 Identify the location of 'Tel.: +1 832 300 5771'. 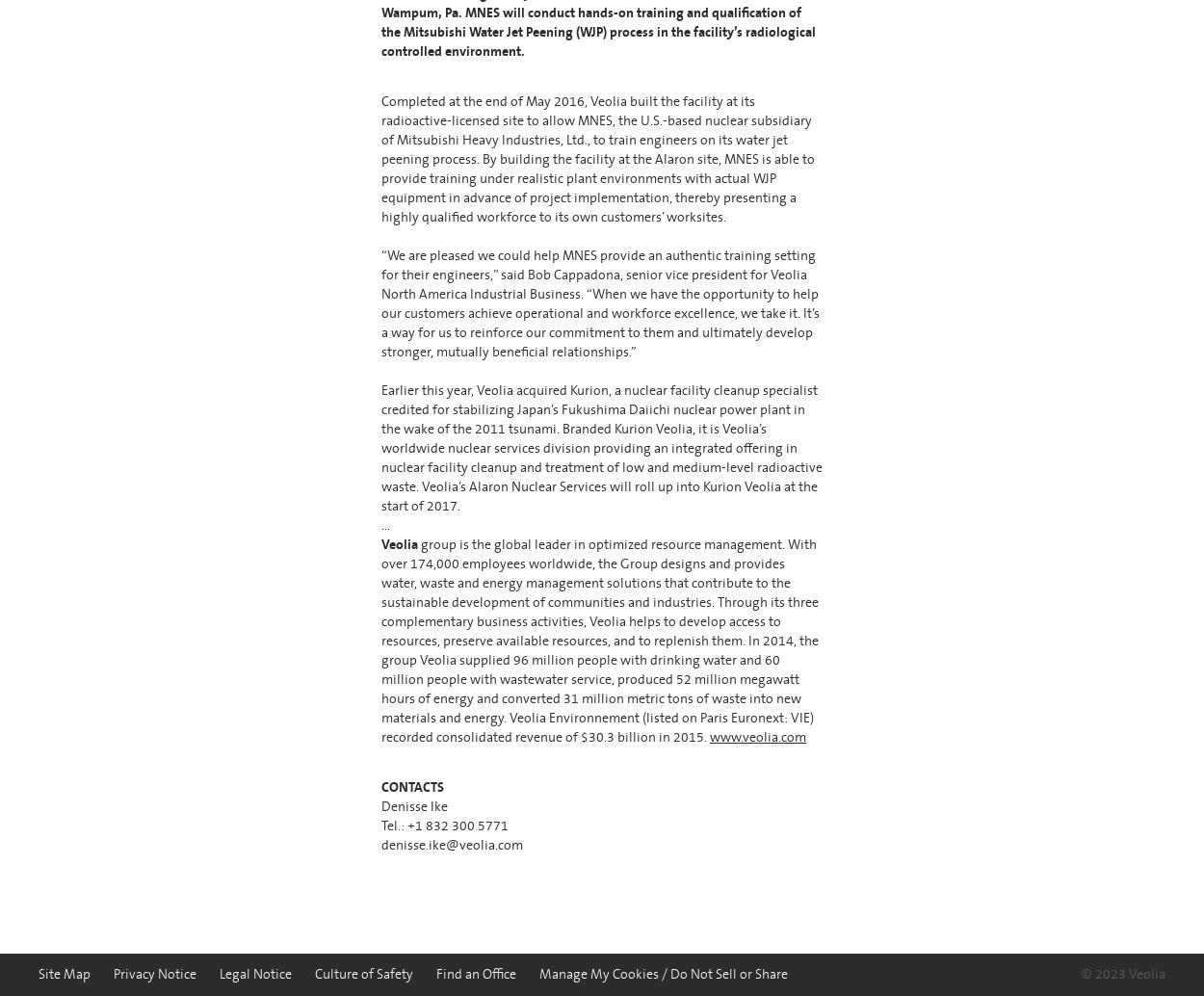
(444, 825).